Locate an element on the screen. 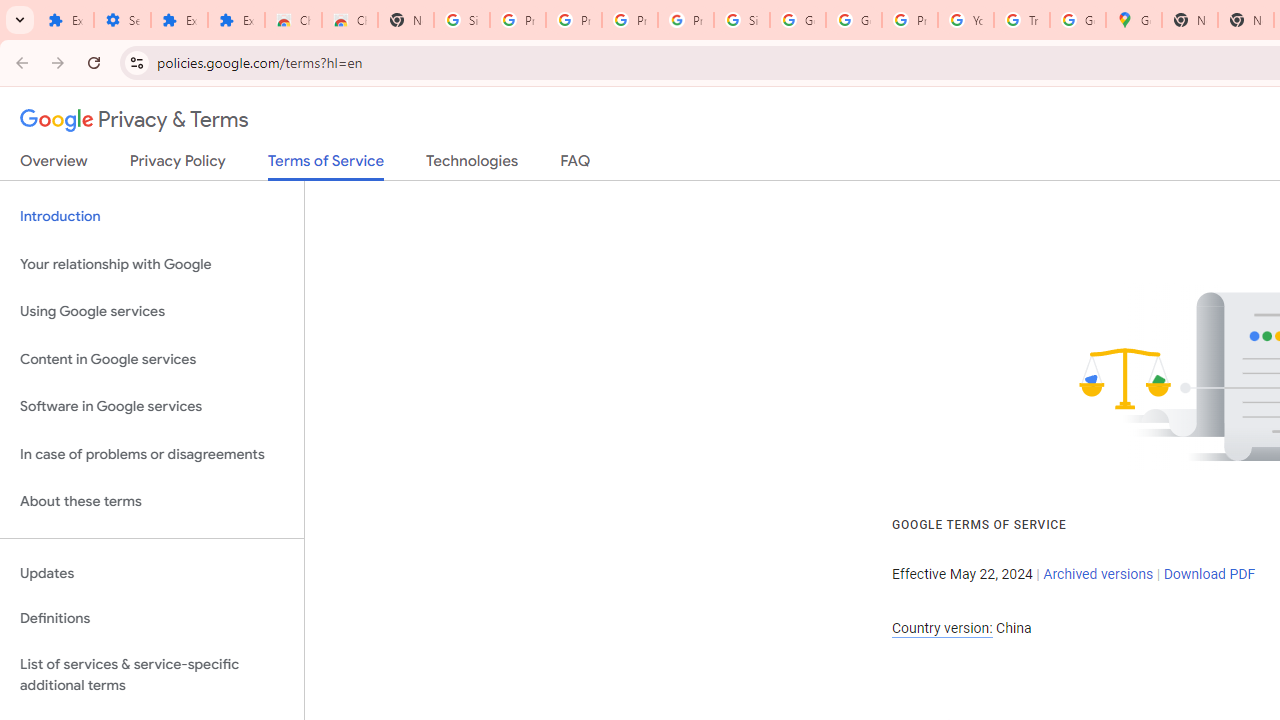 This screenshot has height=720, width=1280. 'Your relationship with Google' is located at coordinates (151, 263).